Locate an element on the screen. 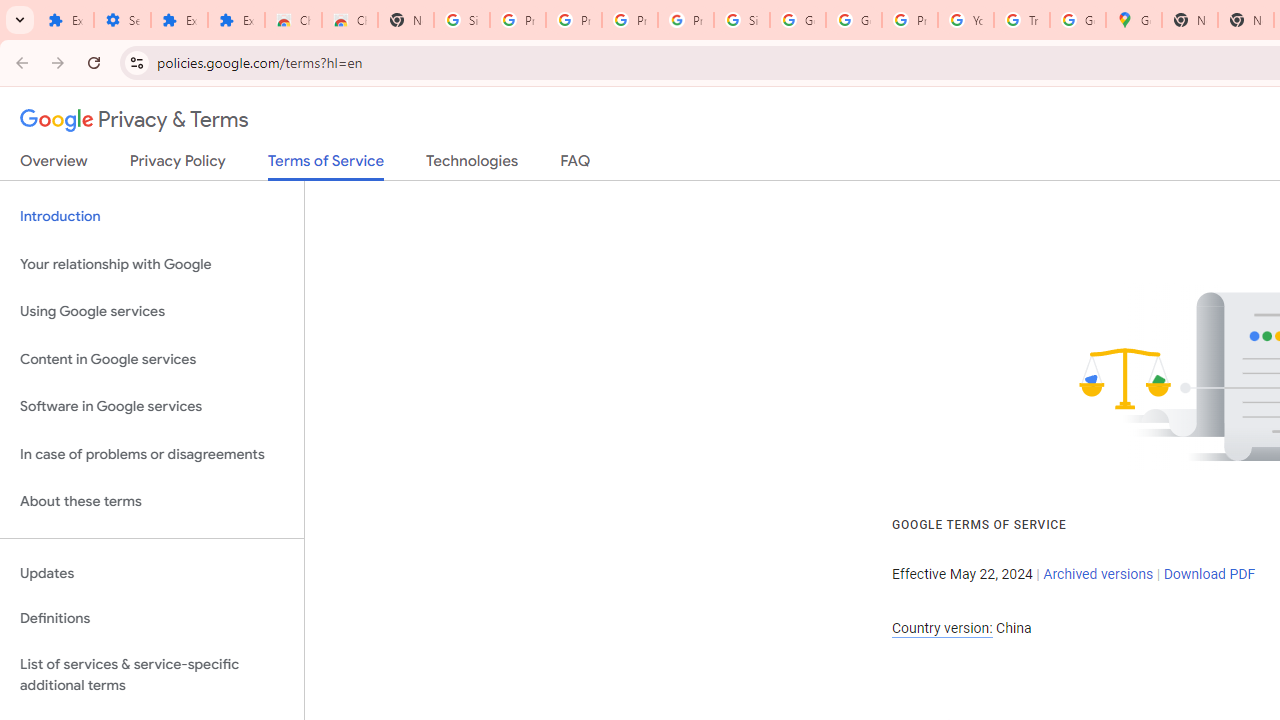 This screenshot has height=720, width=1280. 'Your relationship with Google' is located at coordinates (151, 263).